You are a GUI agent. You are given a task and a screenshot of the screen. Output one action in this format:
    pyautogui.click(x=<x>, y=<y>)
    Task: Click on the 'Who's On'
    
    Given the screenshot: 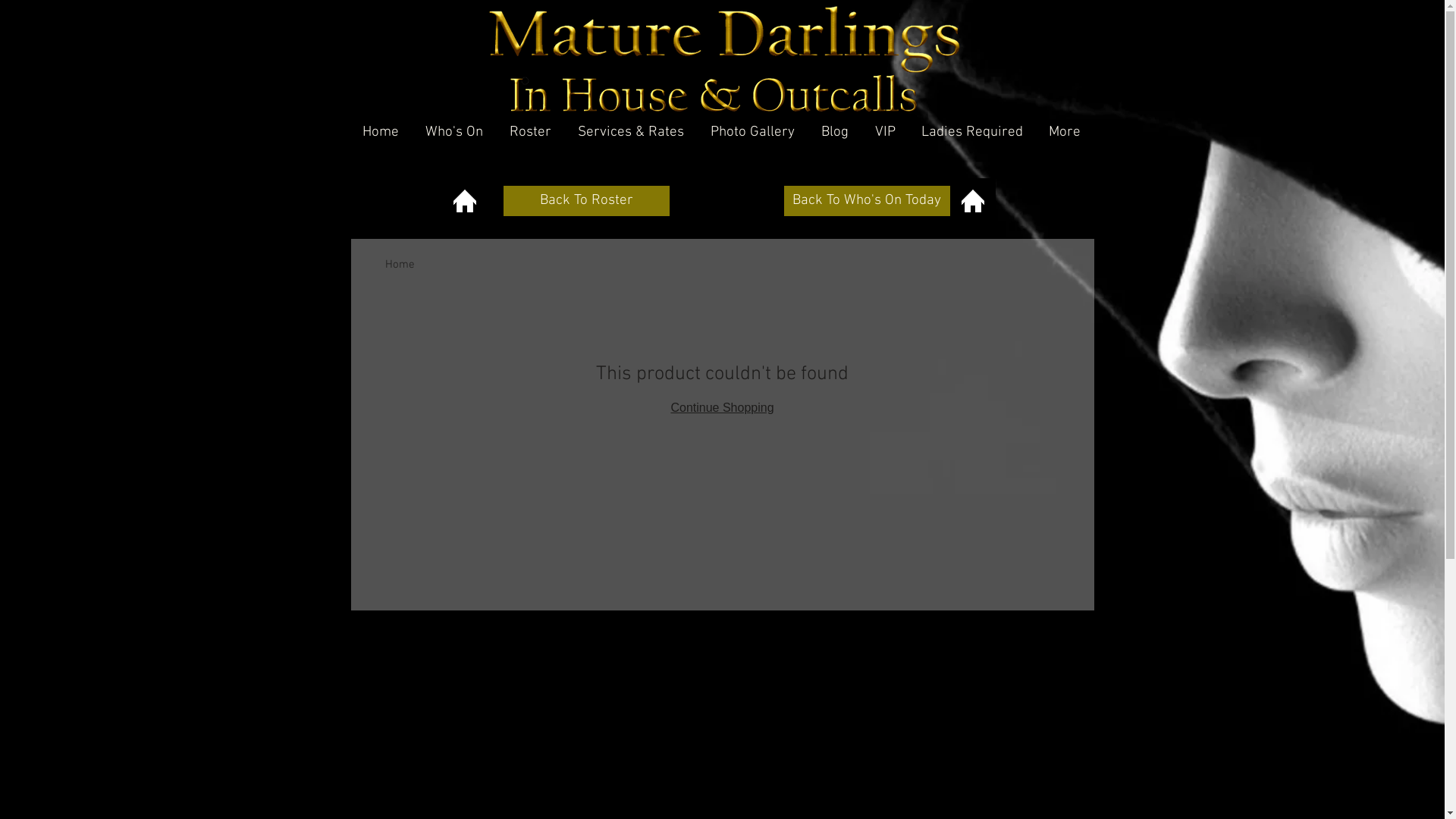 What is the action you would take?
    pyautogui.click(x=453, y=131)
    